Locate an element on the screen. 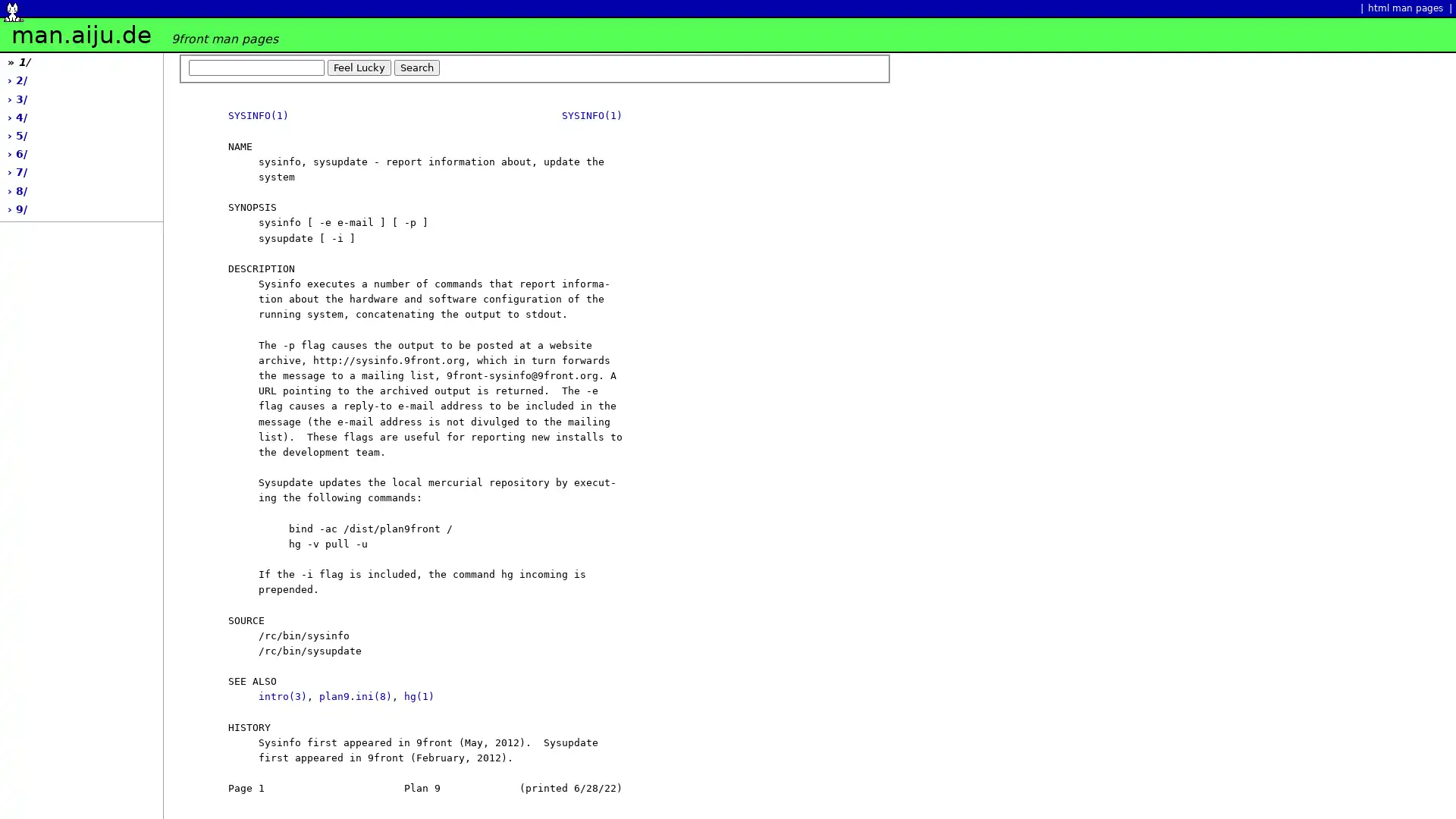 This screenshot has height=819, width=1456. Search is located at coordinates (417, 66).